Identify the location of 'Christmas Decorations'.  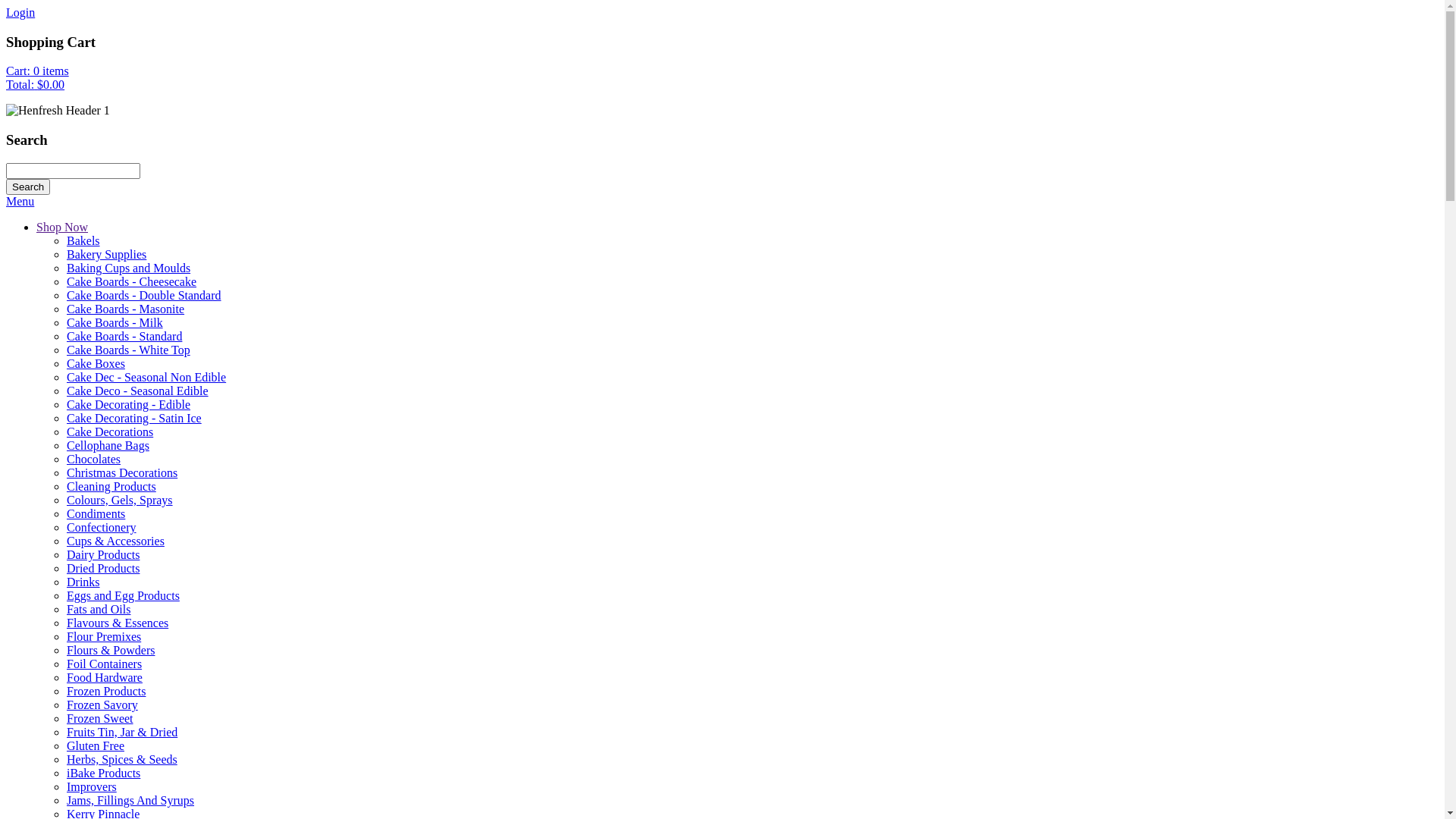
(122, 472).